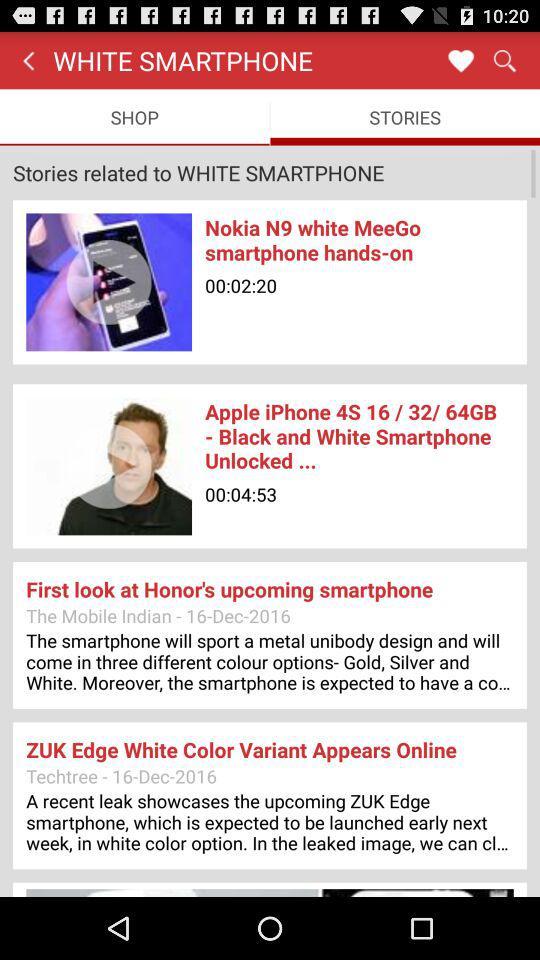 This screenshot has height=960, width=540. What do you see at coordinates (27, 59) in the screenshot?
I see `item above the shop item` at bounding box center [27, 59].